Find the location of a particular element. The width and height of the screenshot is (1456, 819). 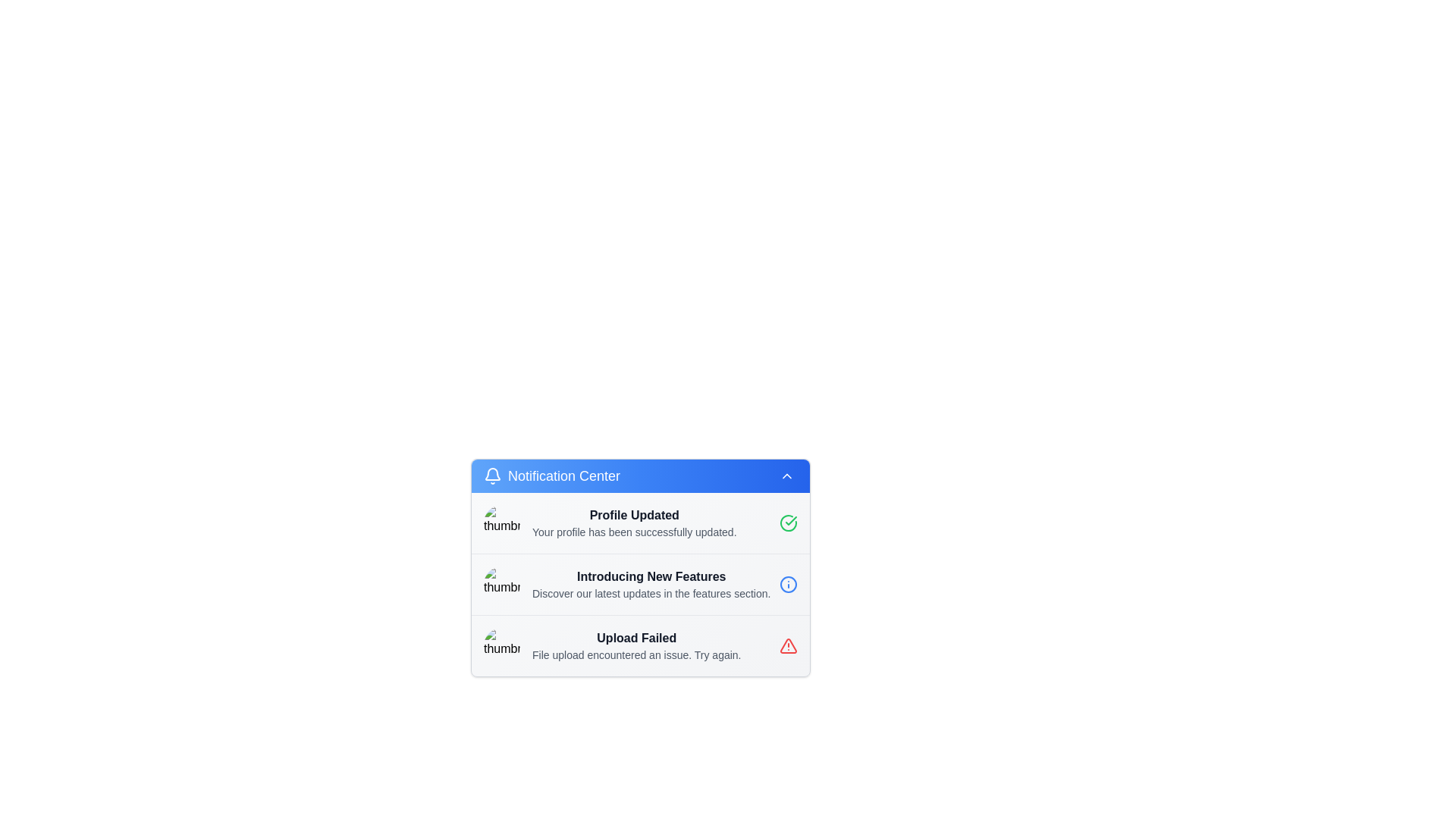

the Static information card containing the message 'Introducing New Features' and the subtitle 'Discover our latest updates in the features section', which is the second message card in the Notification Center is located at coordinates (640, 584).